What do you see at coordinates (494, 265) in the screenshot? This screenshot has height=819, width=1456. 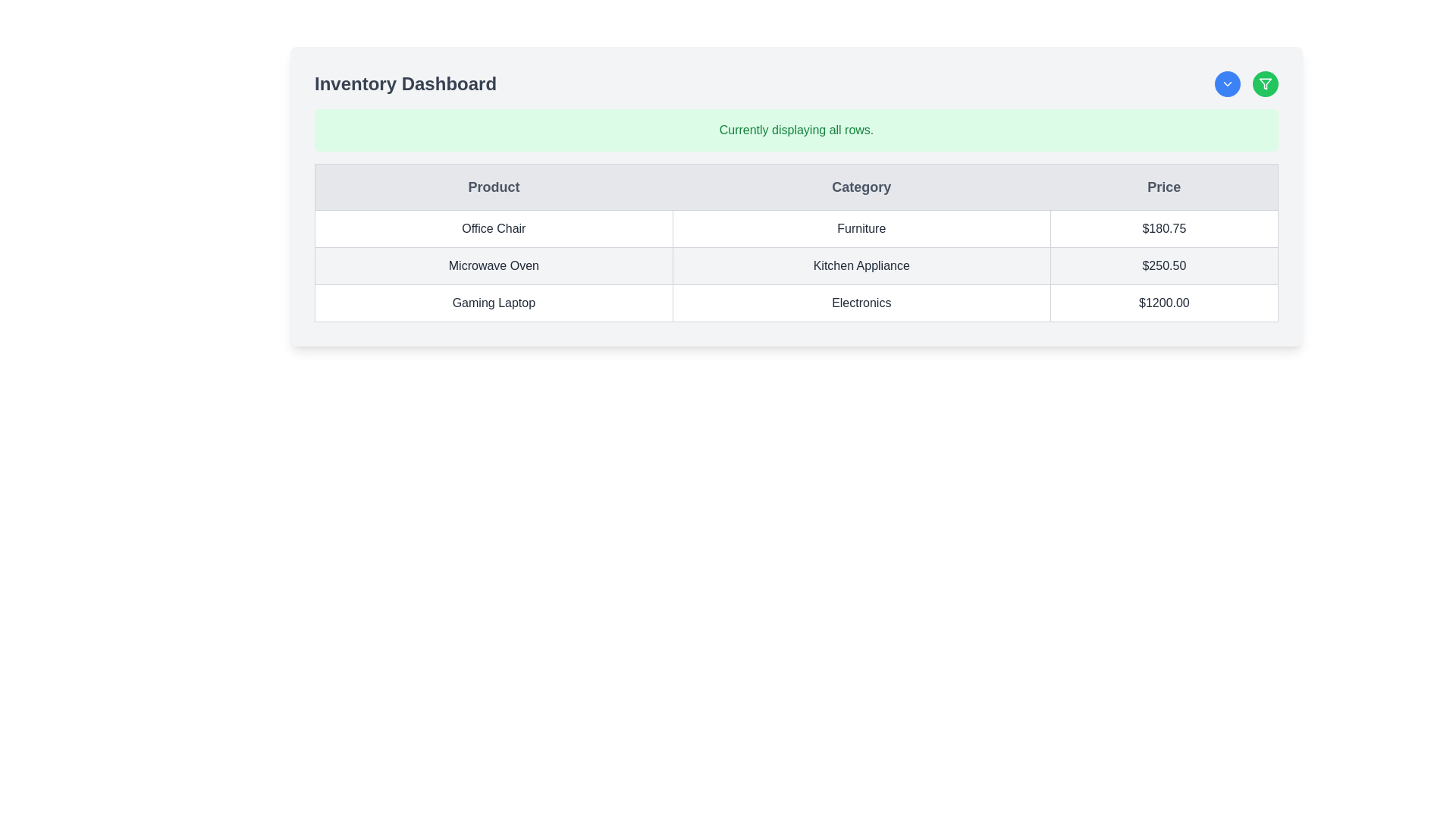 I see `text displayed in the 'Product' column of the inventory table, specifically the label for 'Microwave Oven' located in the second row` at bounding box center [494, 265].